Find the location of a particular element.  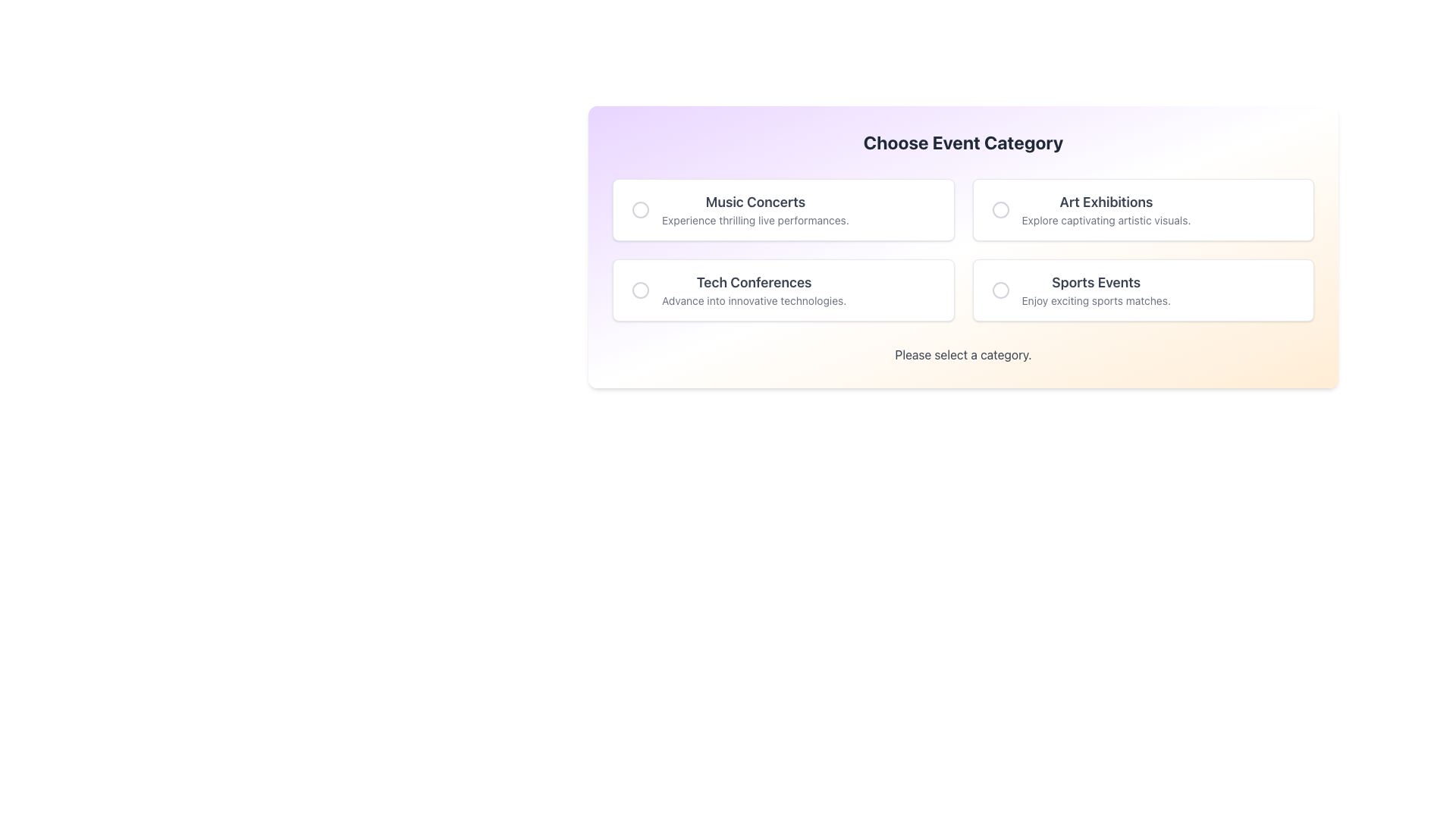

the bold text block displaying the title 'Art Exhibitions' in dark gray color, which is positioned at the top-right section of the second option card for selecting an event category is located at coordinates (1106, 201).